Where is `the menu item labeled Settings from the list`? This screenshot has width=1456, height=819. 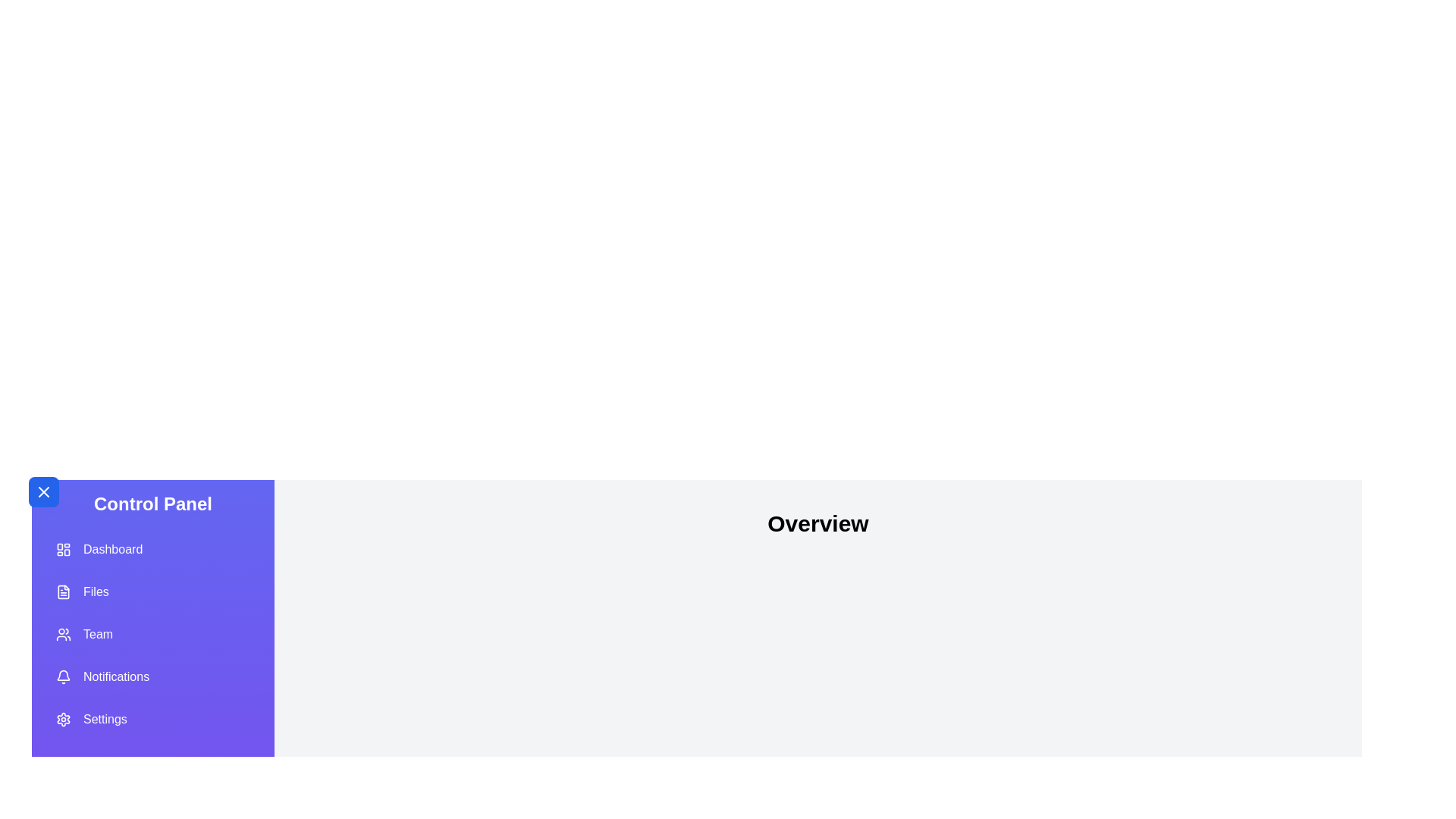 the menu item labeled Settings from the list is located at coordinates (152, 718).